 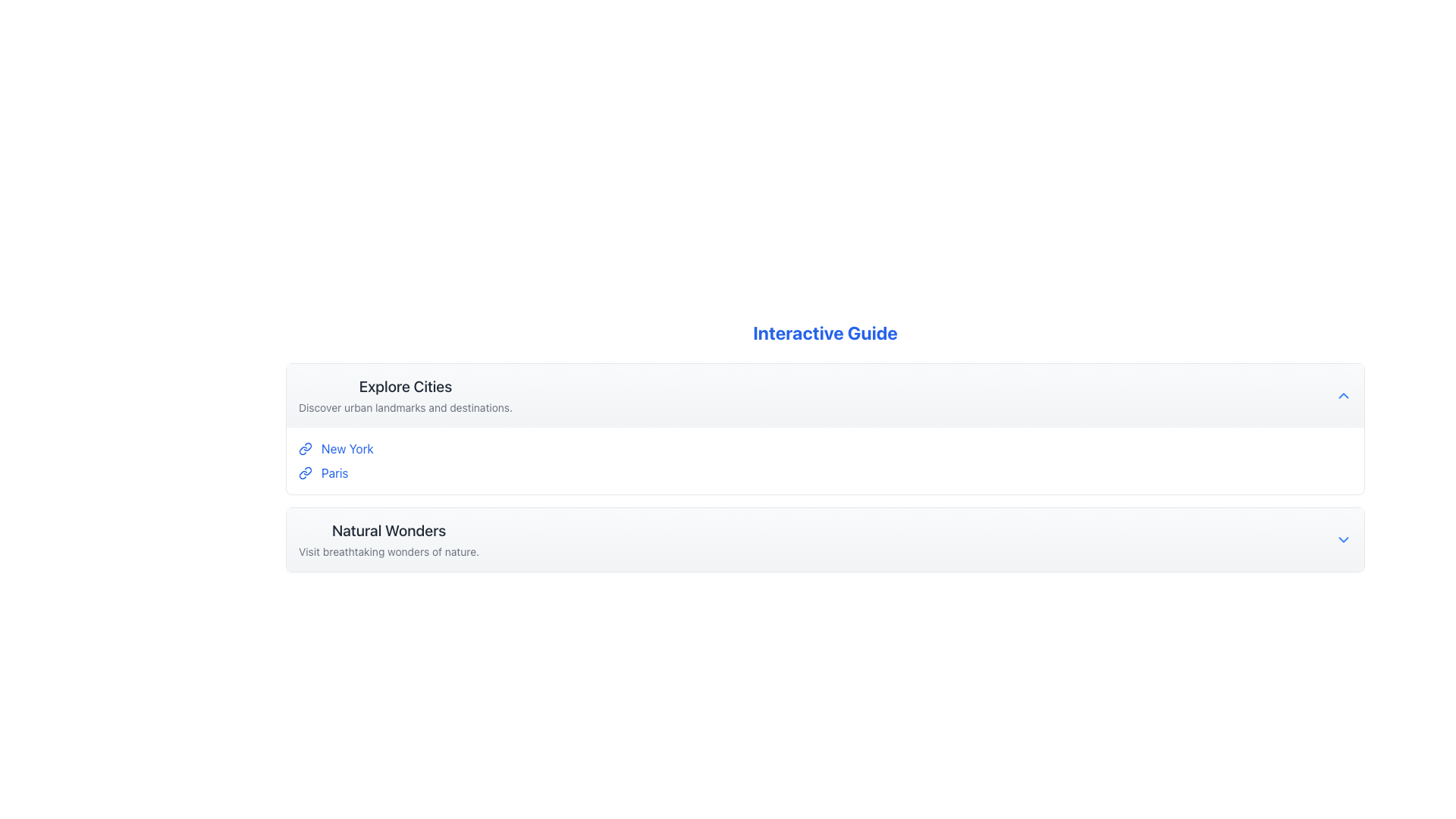 I want to click on the navigation text link for New York located in the 'Explore Cities' section, positioned above the link for Paris, so click(x=347, y=447).